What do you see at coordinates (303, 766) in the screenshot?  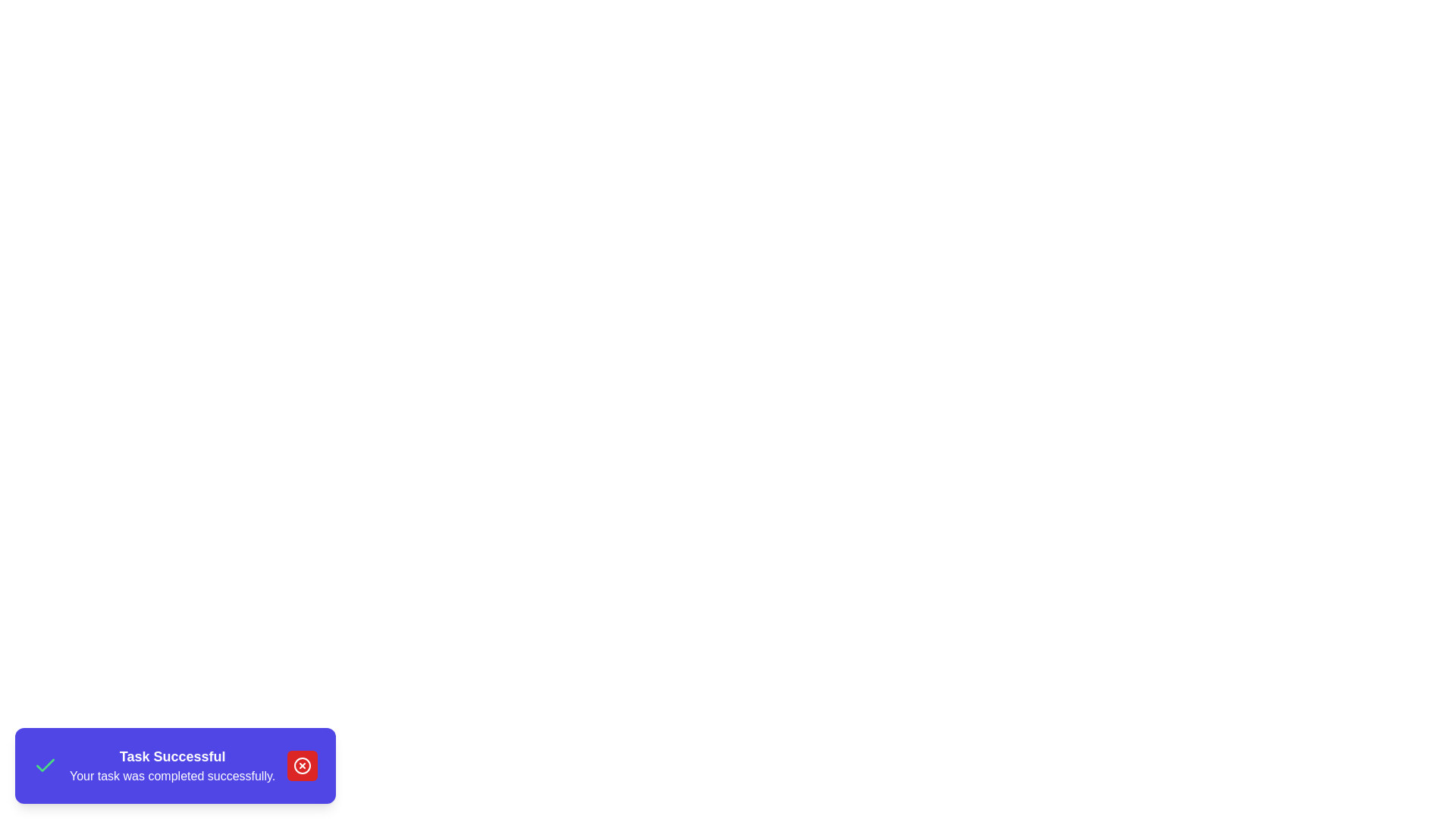 I see `the close button to dismiss the snackbar` at bounding box center [303, 766].